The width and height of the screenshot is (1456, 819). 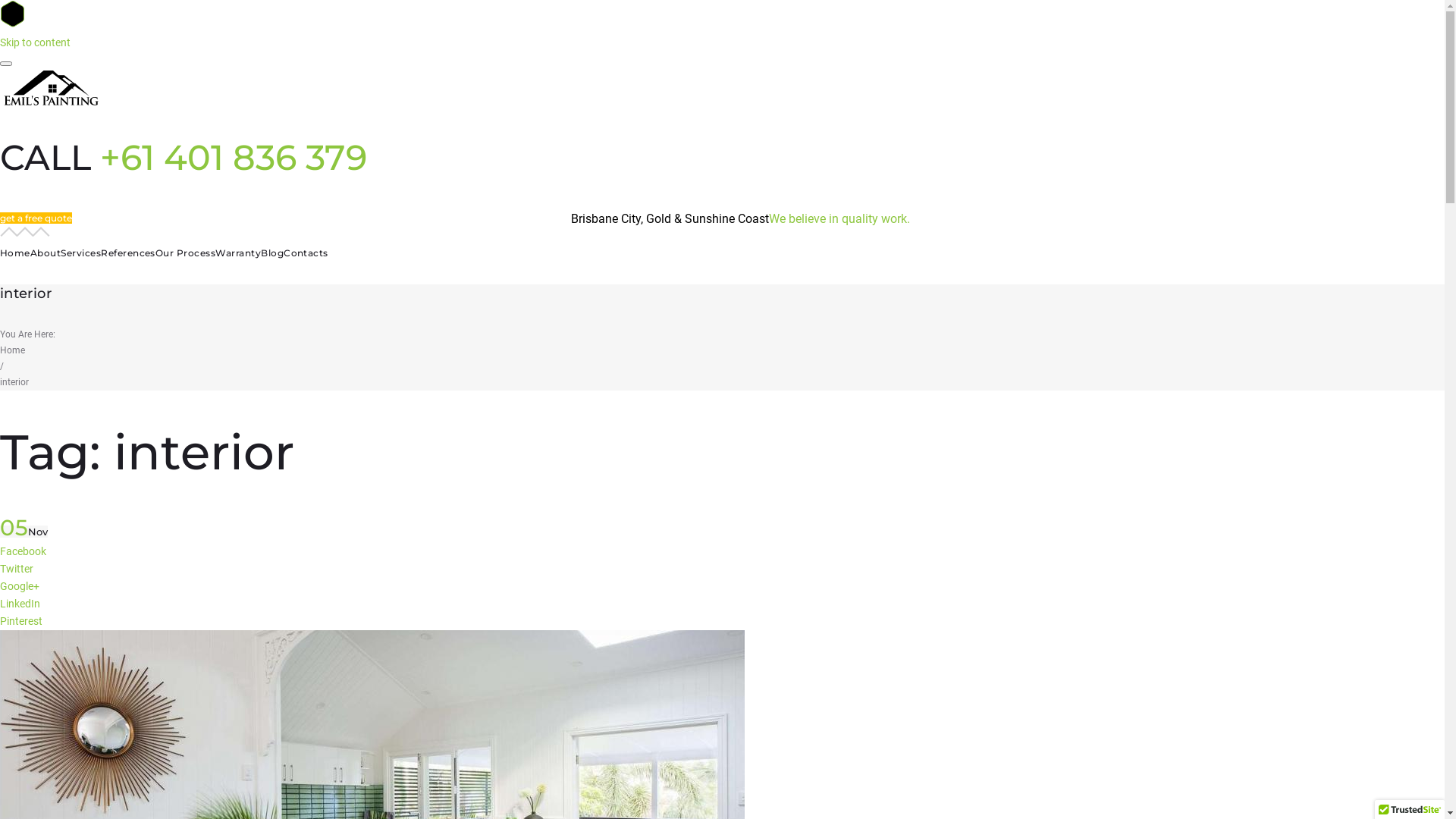 I want to click on 'Home', so click(x=12, y=350).